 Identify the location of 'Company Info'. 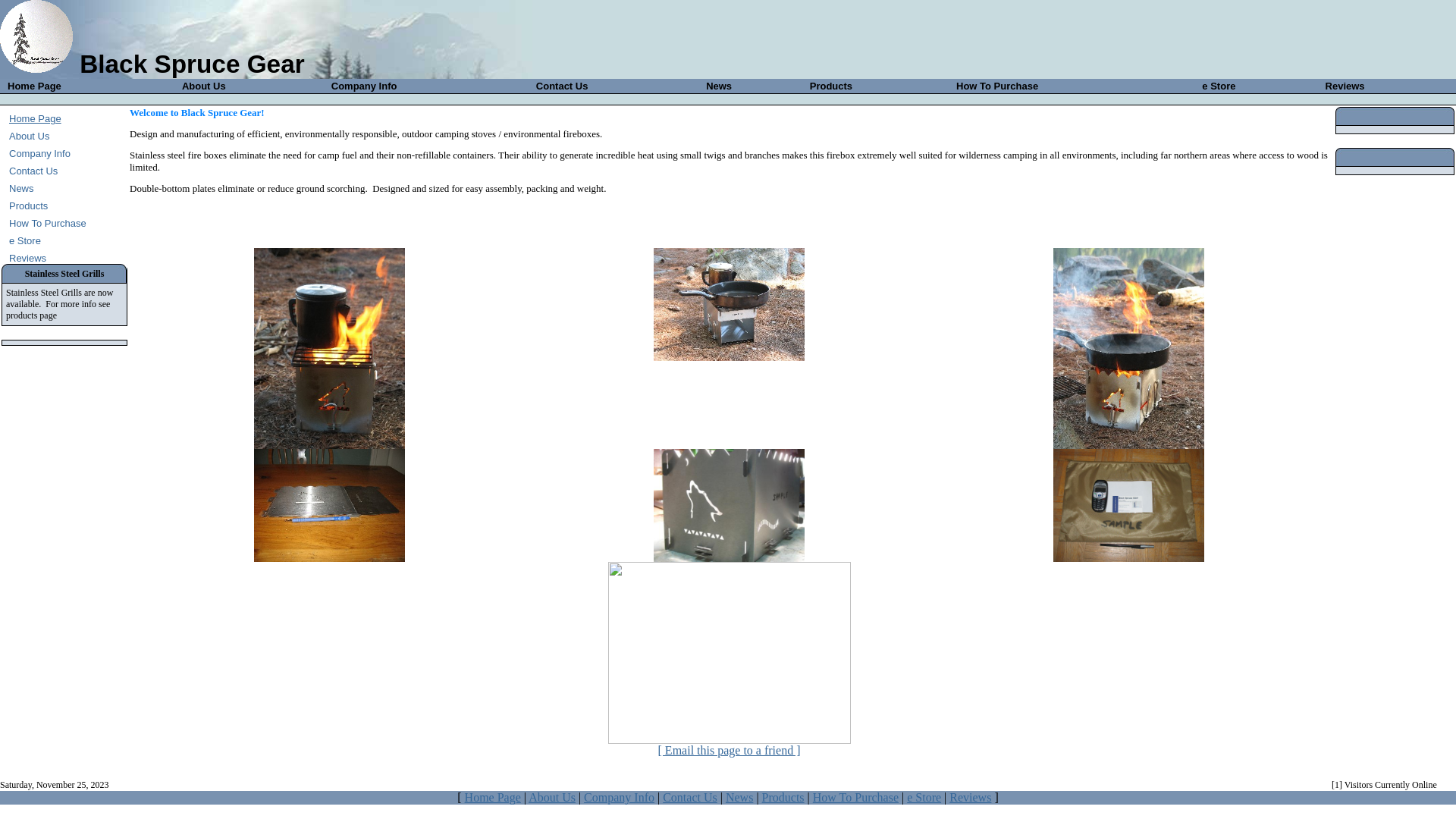
(619, 796).